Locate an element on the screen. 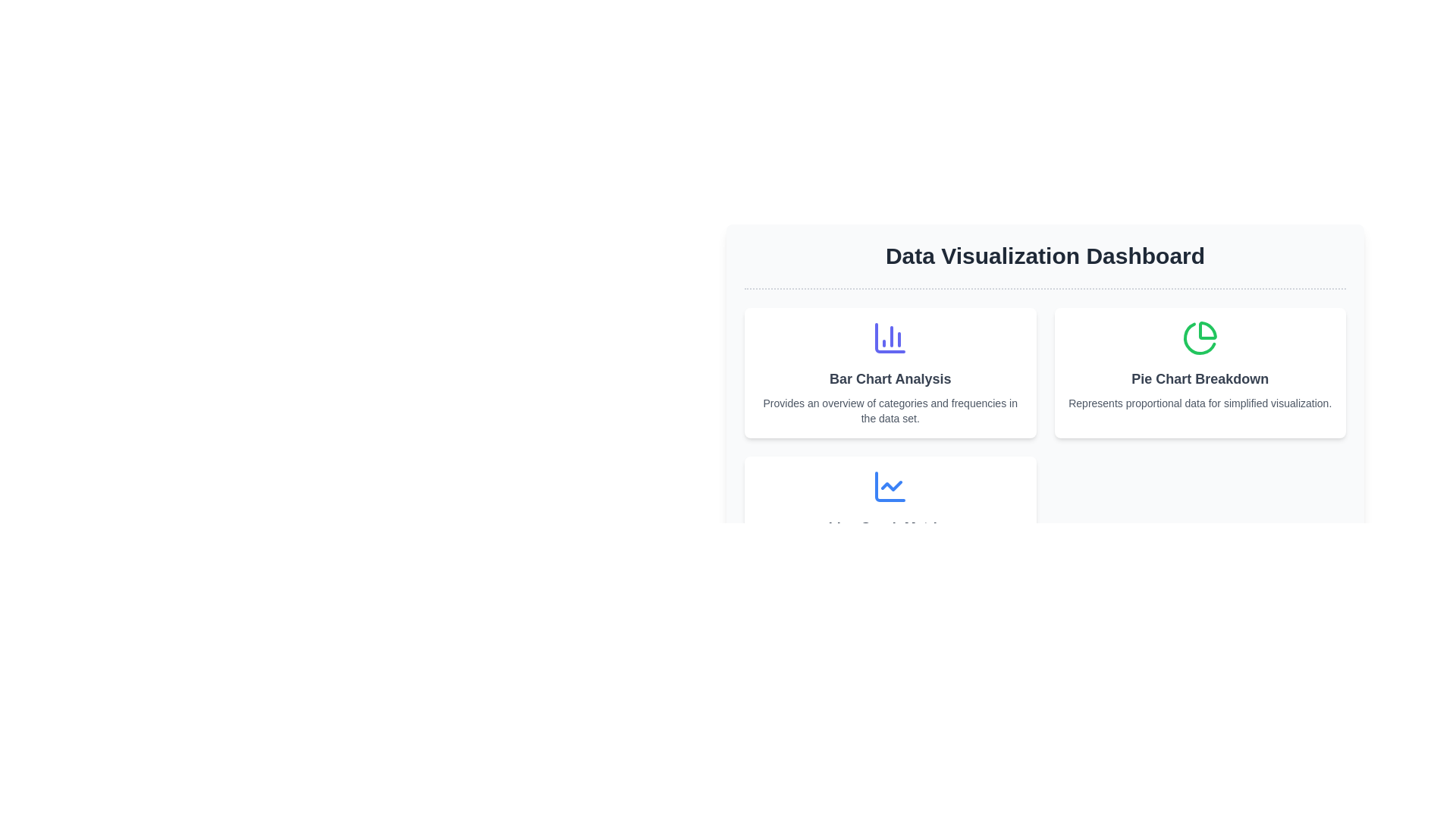 This screenshot has width=1456, height=819. small blue graphical icon segment, which has a pointed arrow-like structure and is located within the leftmost card on the second row of the dashboard interface under the 'Bar Chart Analysis' section is located at coordinates (892, 485).